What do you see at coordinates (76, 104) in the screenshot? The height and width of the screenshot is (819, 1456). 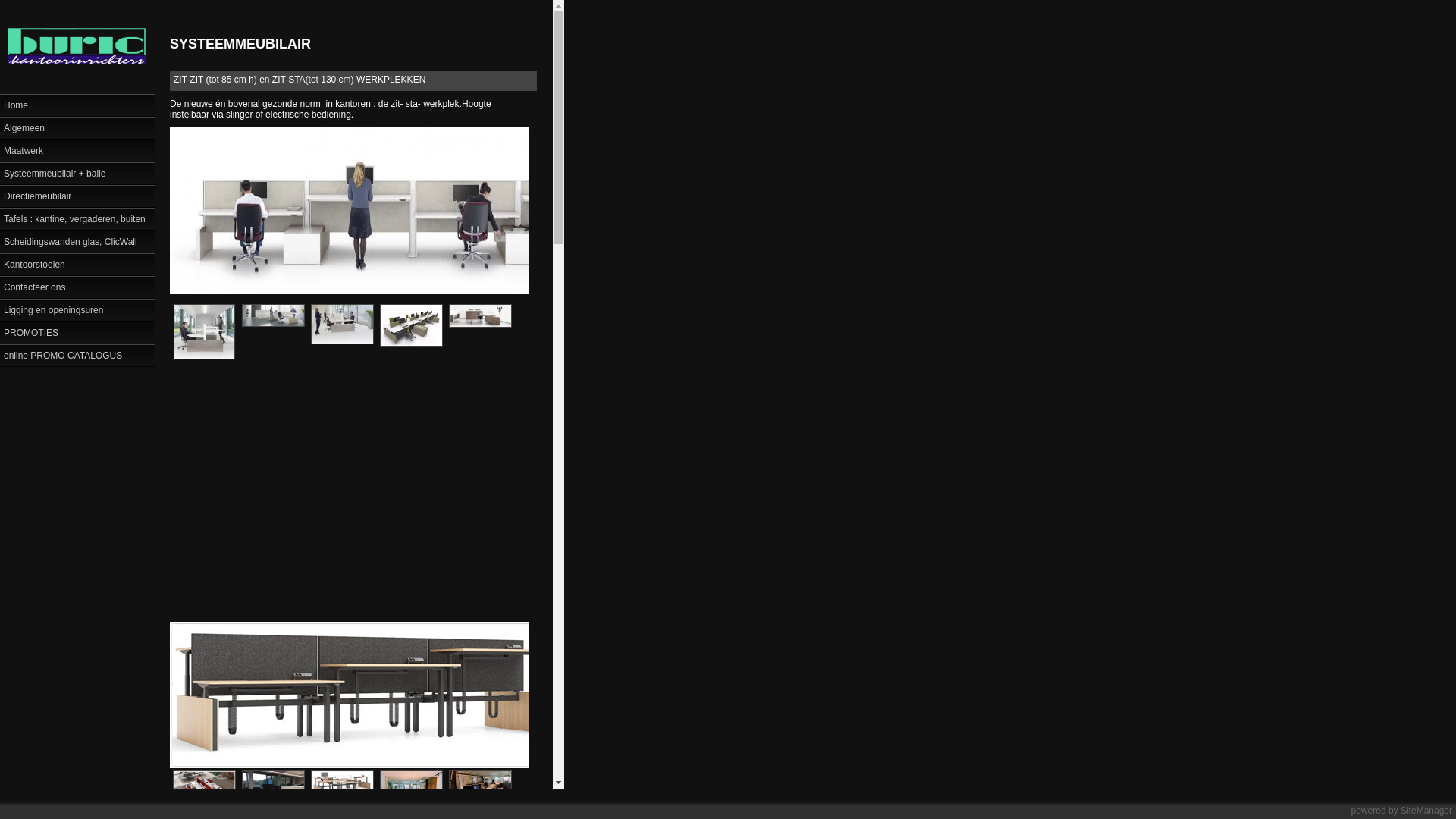 I see `'Home'` at bounding box center [76, 104].